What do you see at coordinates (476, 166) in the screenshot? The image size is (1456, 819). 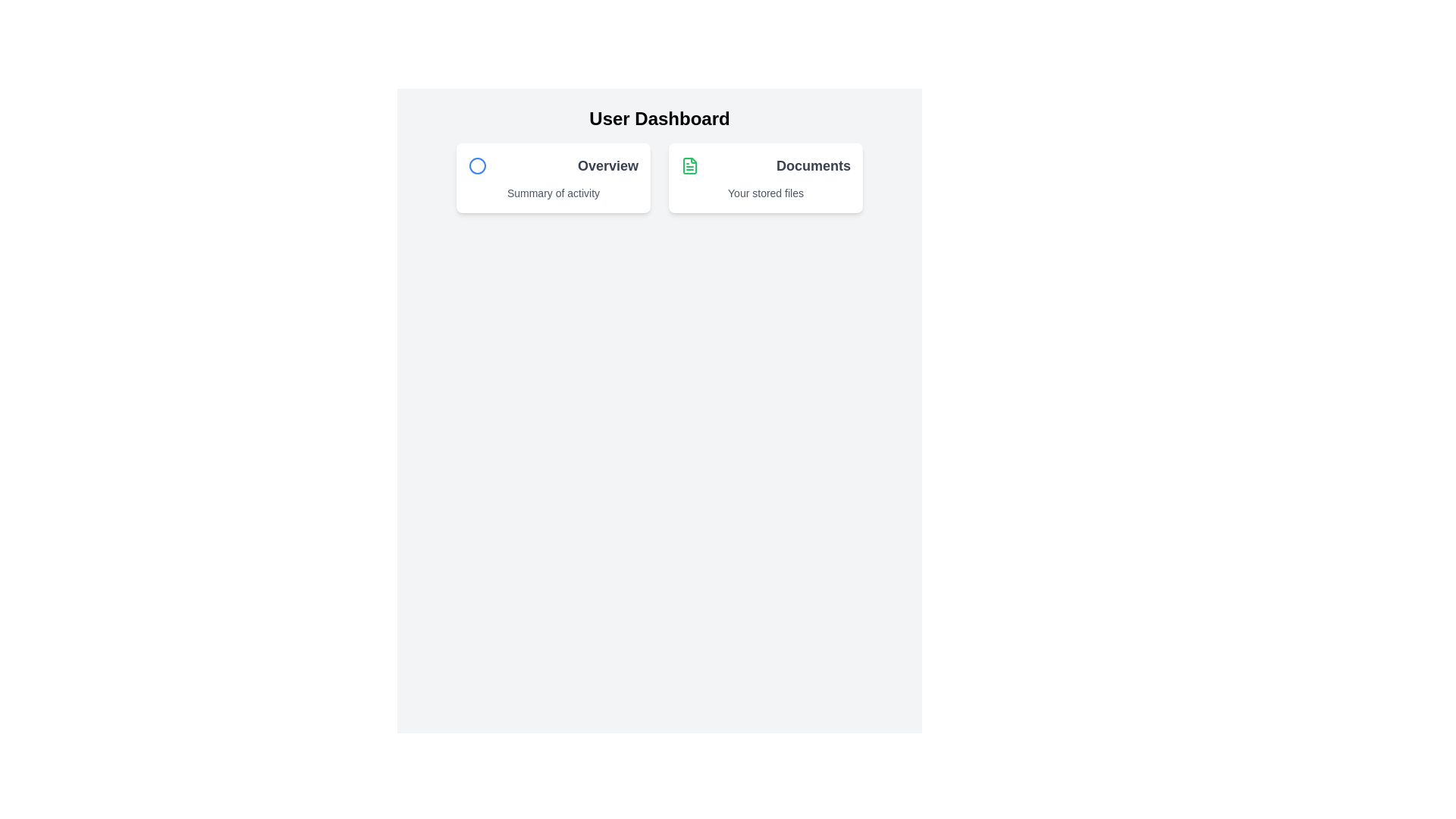 I see `the circular icon representing the 'Overview' section, located to the left of the 'Overview' text label` at bounding box center [476, 166].